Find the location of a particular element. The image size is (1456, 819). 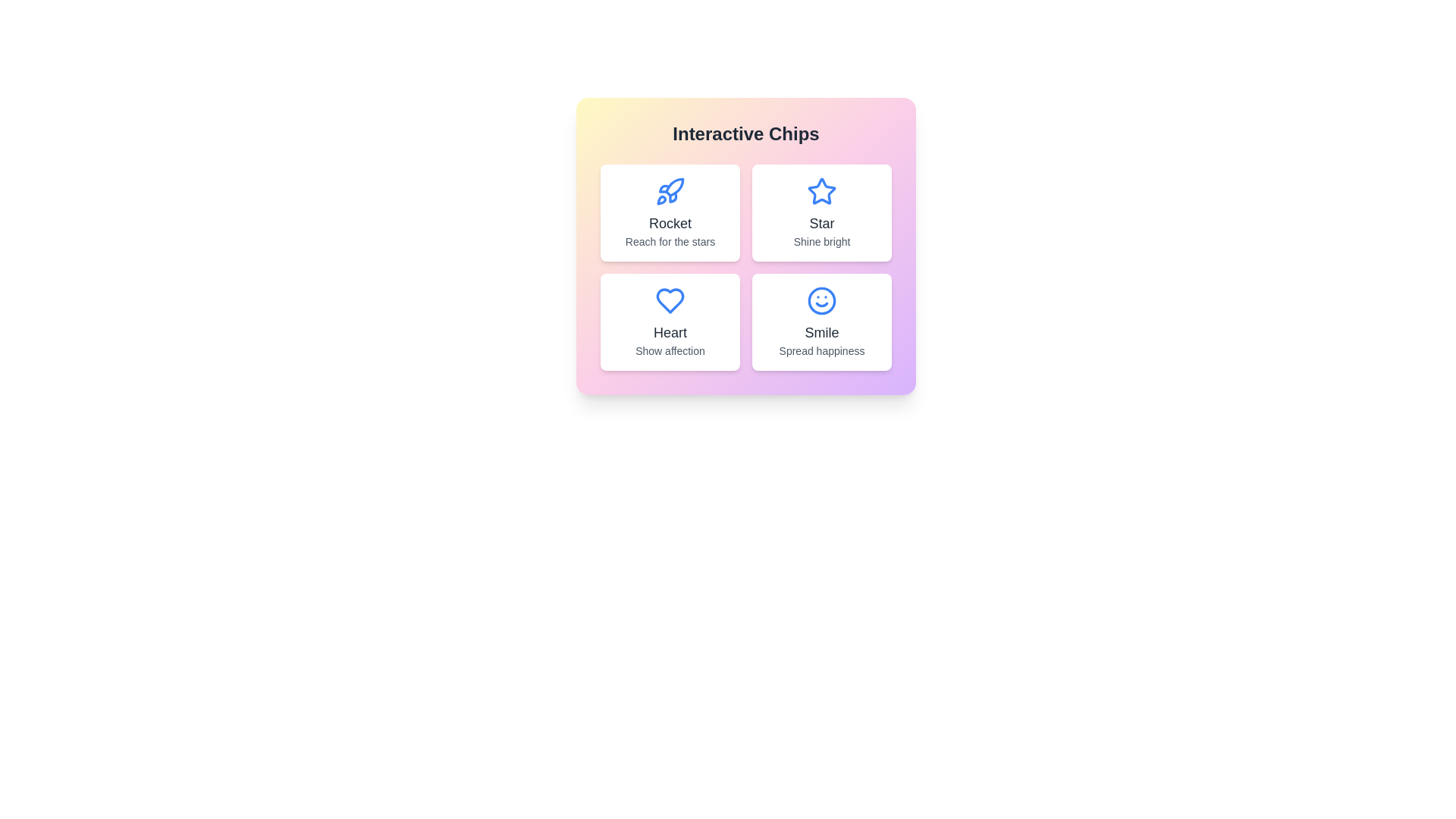

the icon of the chip labeled Star is located at coordinates (821, 191).